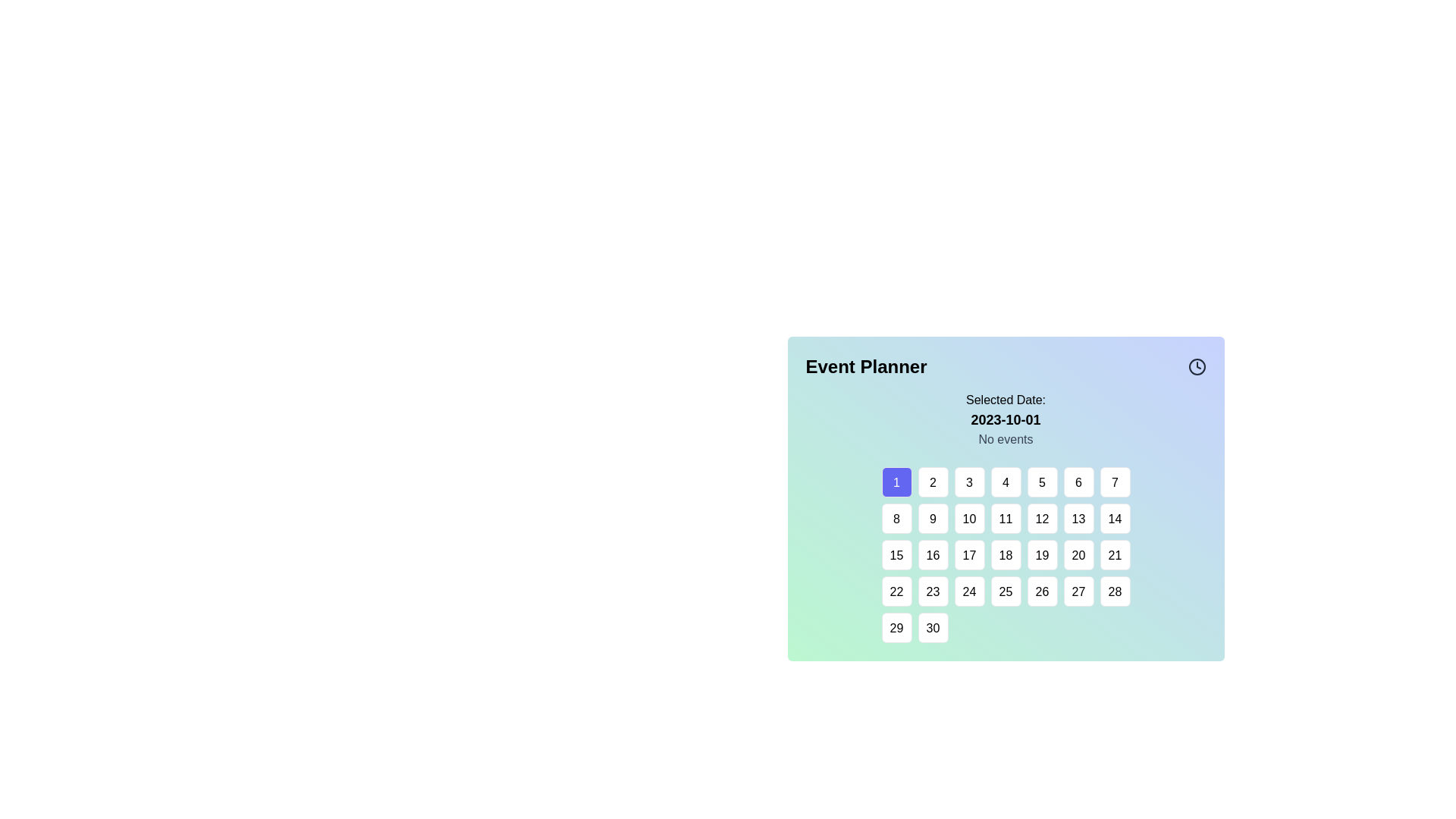  What do you see at coordinates (968, 590) in the screenshot?
I see `the button representing the date '24' in the calendar` at bounding box center [968, 590].